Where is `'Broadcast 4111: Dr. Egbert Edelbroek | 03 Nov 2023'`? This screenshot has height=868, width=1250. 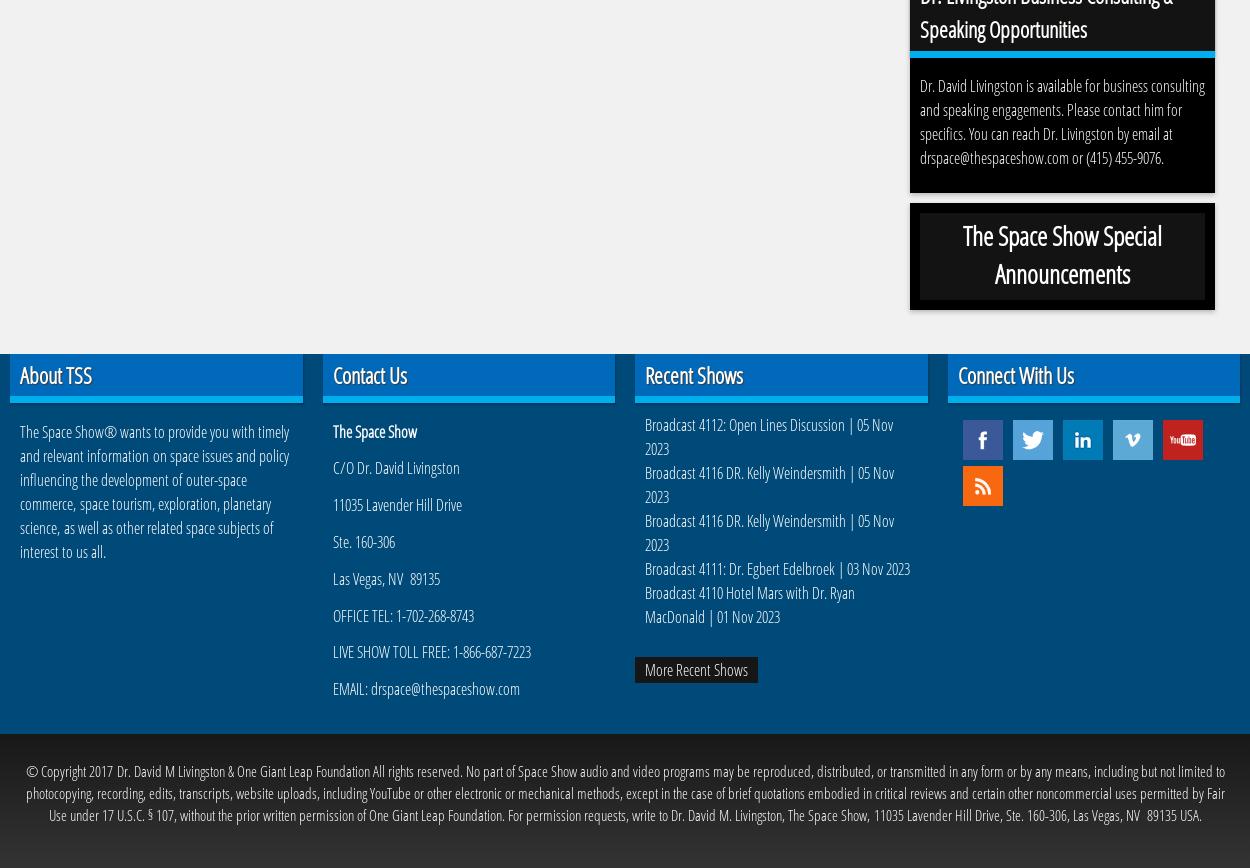
'Broadcast 4111: Dr. Egbert Edelbroek | 03 Nov 2023' is located at coordinates (645, 568).